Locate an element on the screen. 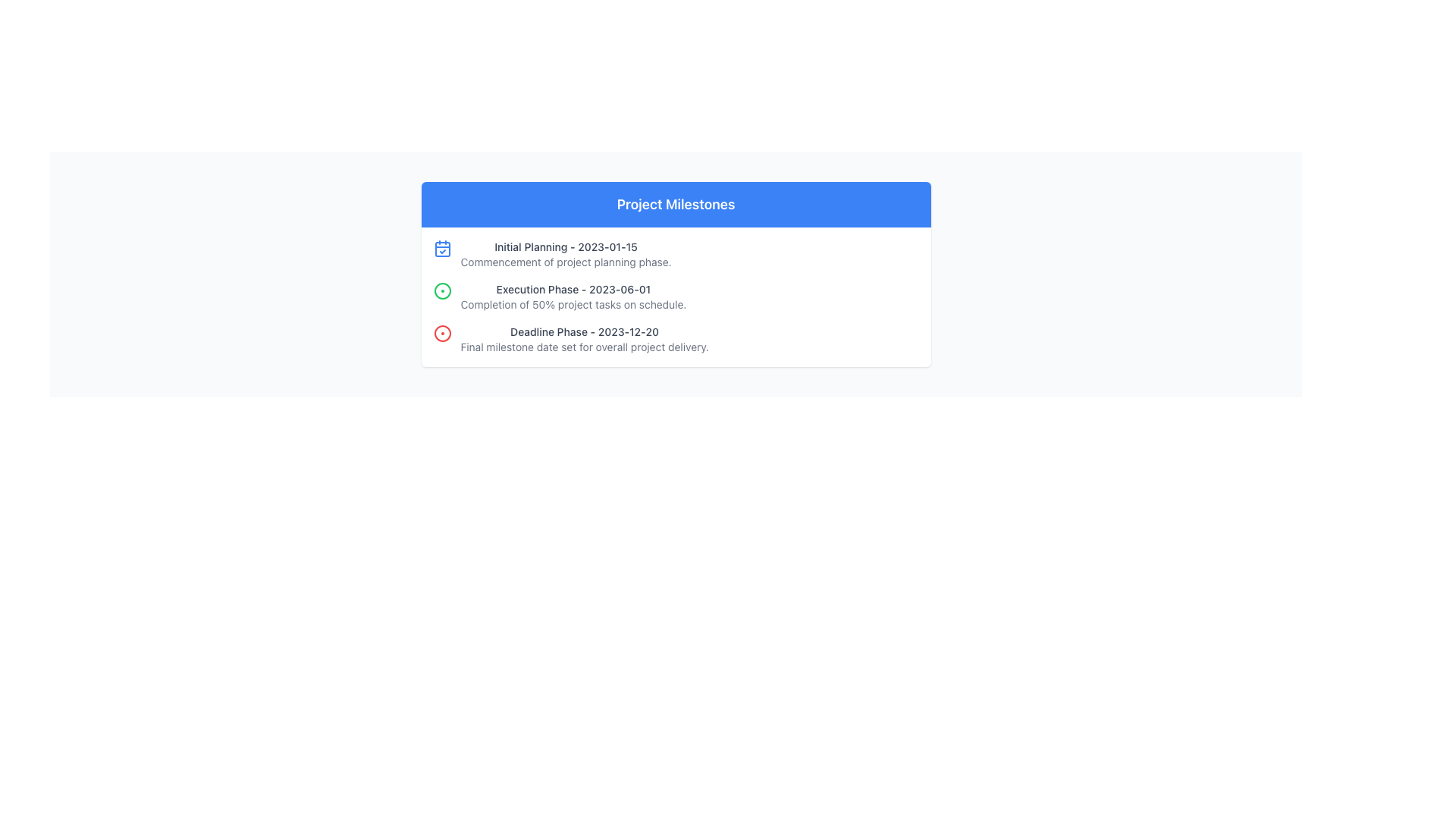  the milestone icon that signifies 'Initial Planning' which is successfully completed, located to the left of the 'Initial Planning - 2023-01-15' text is located at coordinates (441, 247).